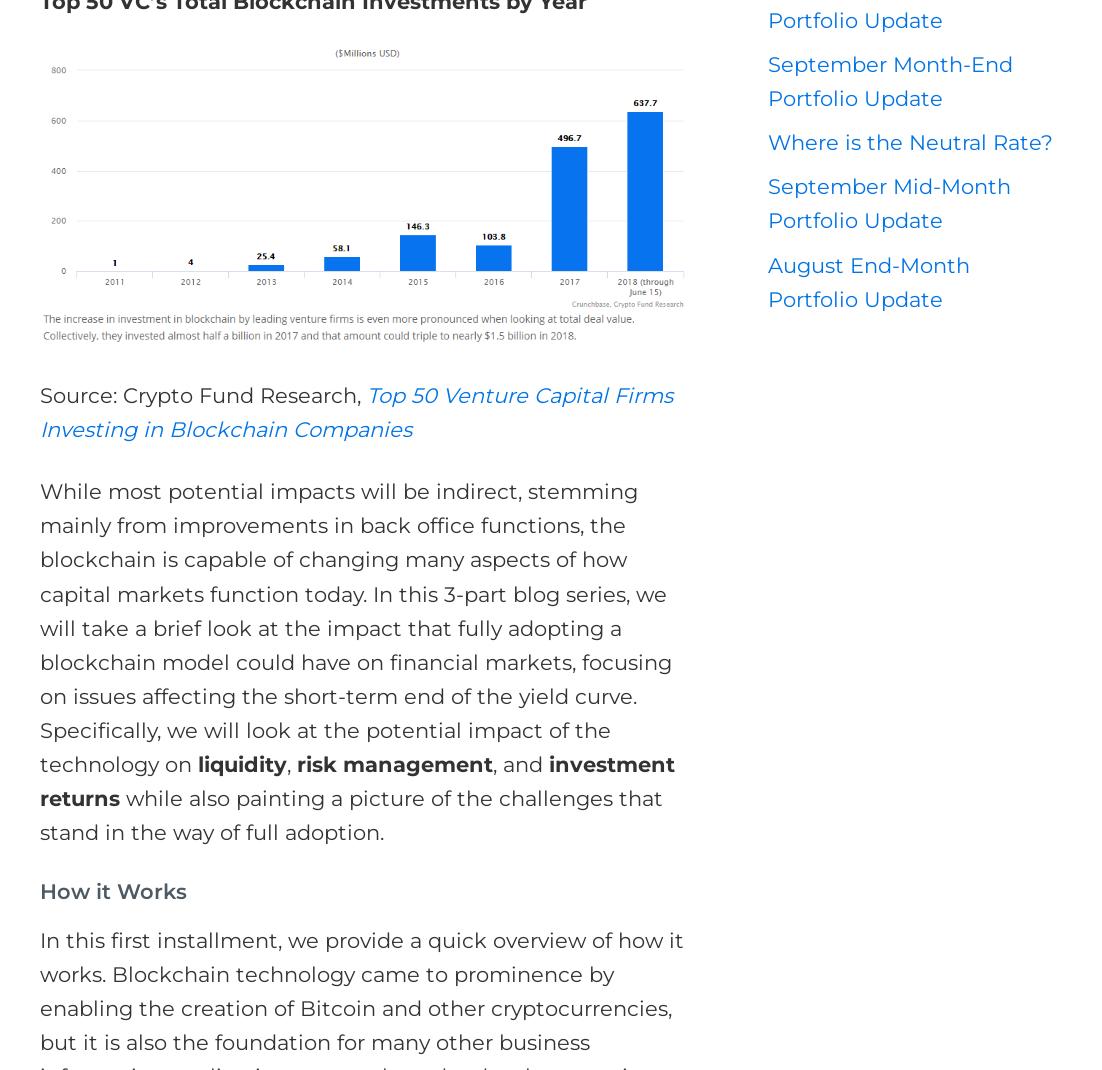  What do you see at coordinates (868, 281) in the screenshot?
I see `'August End-Month Portfolio Update'` at bounding box center [868, 281].